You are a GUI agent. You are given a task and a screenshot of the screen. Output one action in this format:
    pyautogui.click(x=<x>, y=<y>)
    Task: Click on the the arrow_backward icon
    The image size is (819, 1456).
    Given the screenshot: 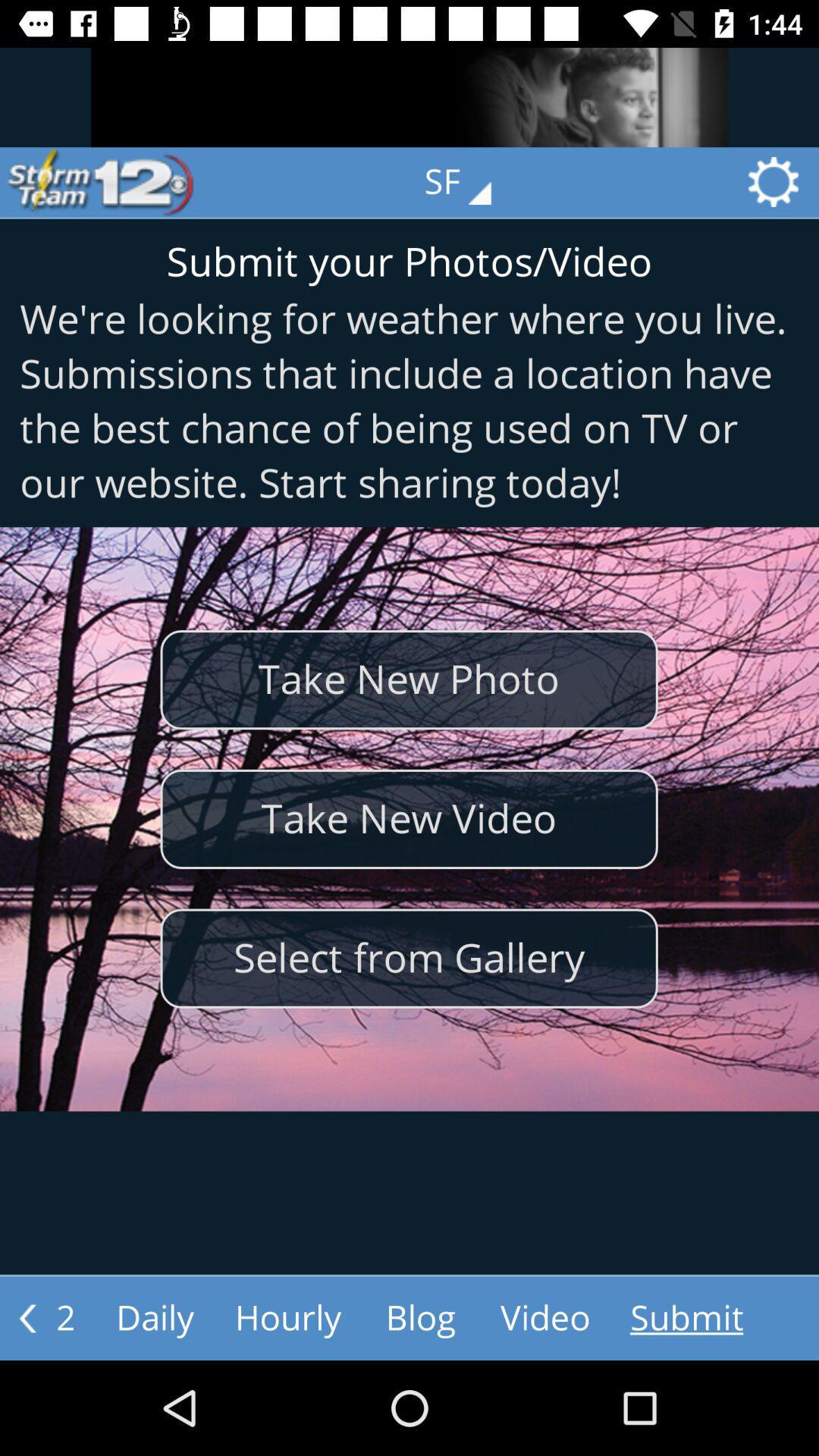 What is the action you would take?
    pyautogui.click(x=27, y=1317)
    